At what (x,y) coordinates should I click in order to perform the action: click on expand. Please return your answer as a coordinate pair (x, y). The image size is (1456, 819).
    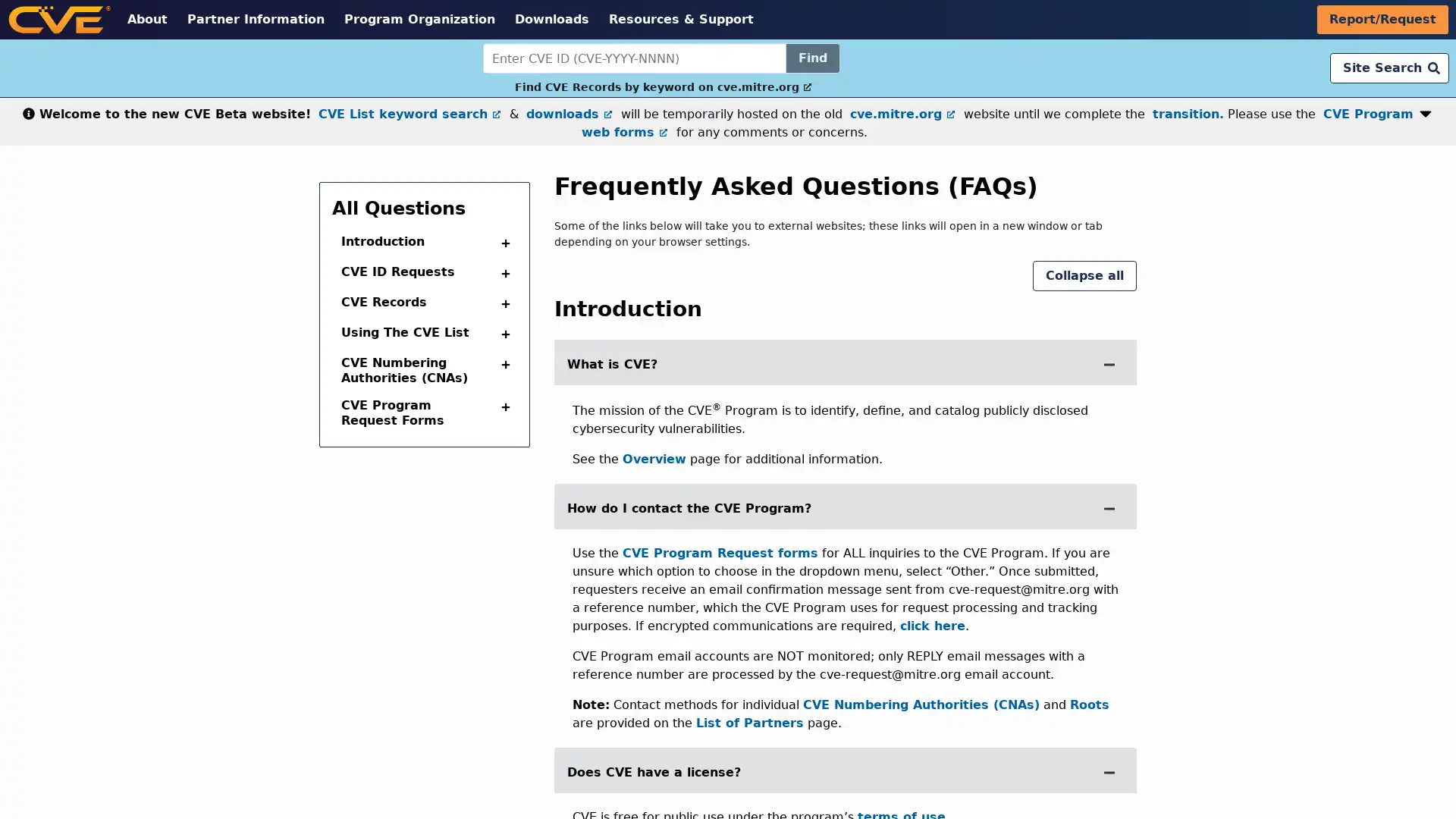
    Looking at the image, I should click on (1109, 363).